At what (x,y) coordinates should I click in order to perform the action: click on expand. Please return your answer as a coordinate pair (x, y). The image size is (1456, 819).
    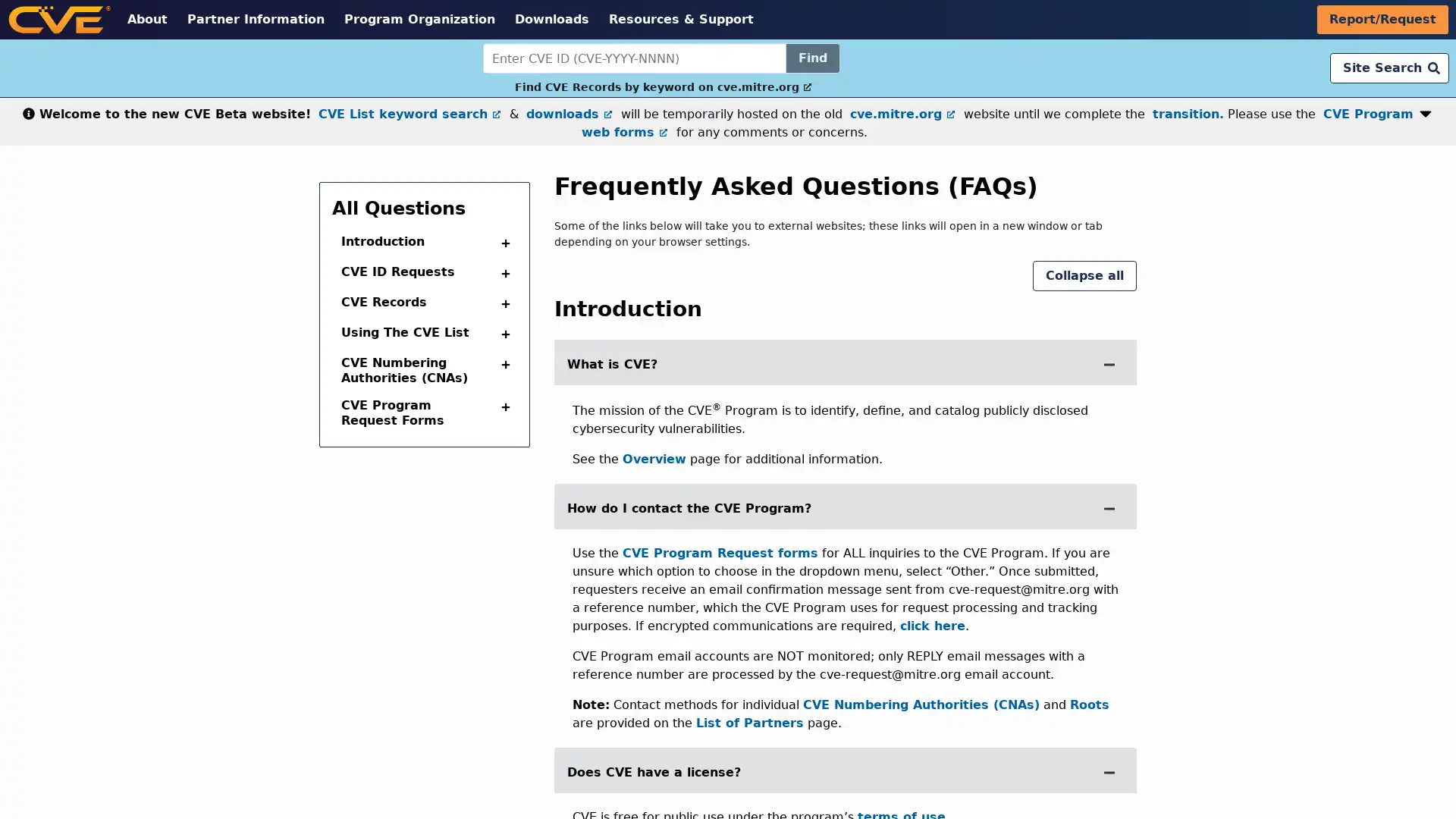
    Looking at the image, I should click on (1109, 363).